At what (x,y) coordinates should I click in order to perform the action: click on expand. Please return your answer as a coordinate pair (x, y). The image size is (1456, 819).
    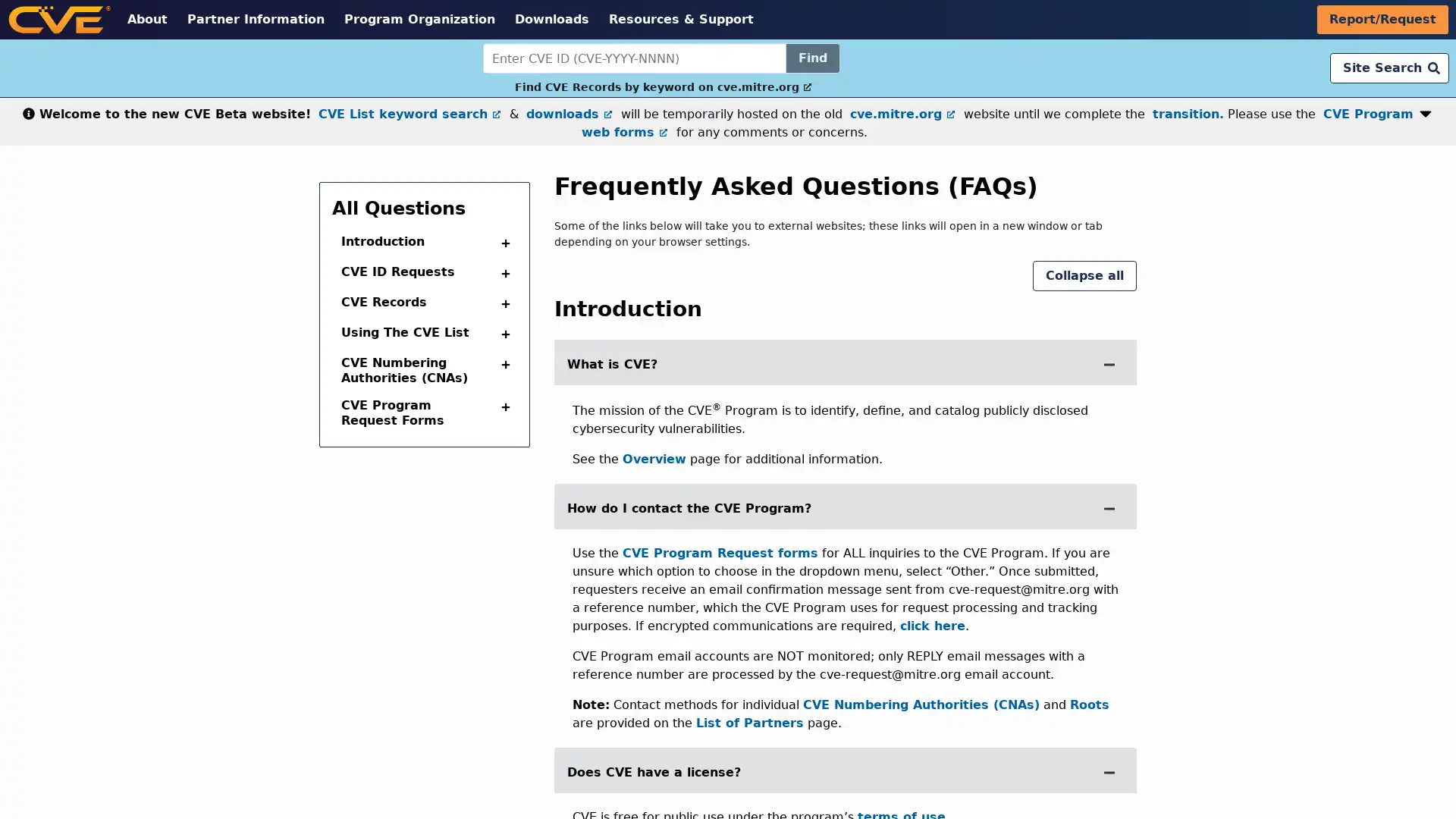
    Looking at the image, I should click on (1109, 363).